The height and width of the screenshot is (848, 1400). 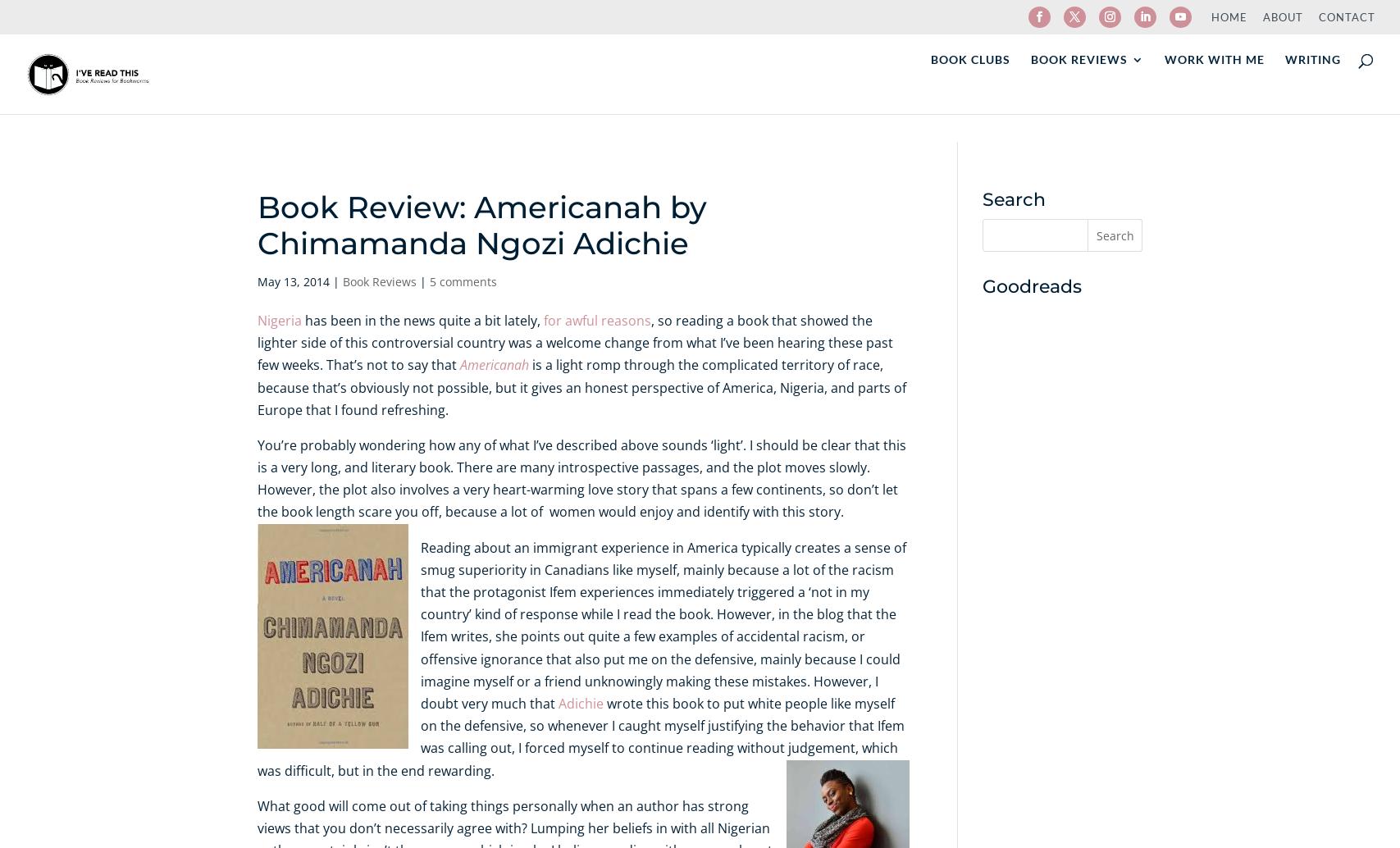 I want to click on 'Nigeria', so click(x=279, y=319).